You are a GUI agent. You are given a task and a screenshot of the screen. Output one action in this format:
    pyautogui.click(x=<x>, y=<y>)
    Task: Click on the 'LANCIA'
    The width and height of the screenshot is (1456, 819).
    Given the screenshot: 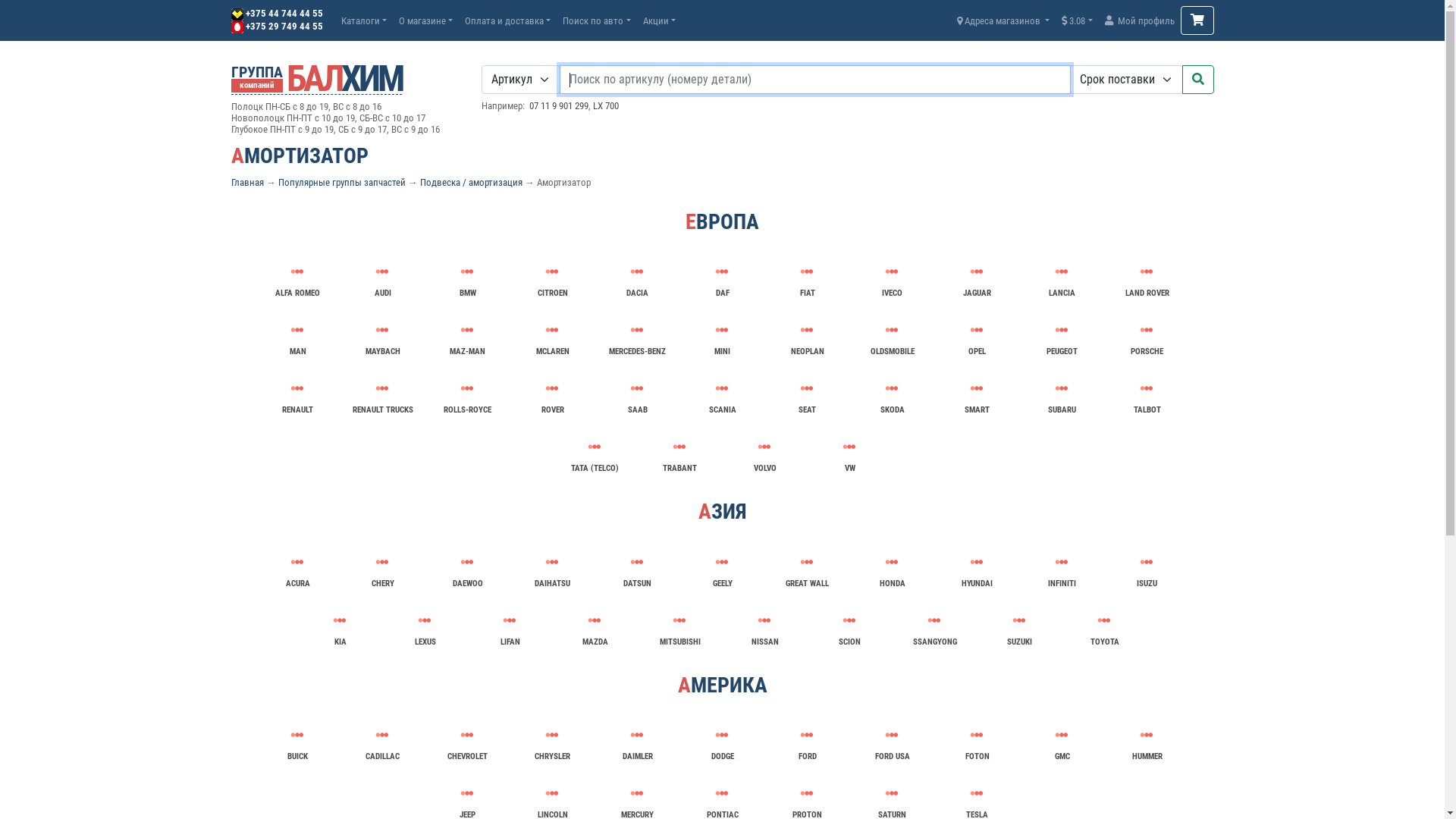 What is the action you would take?
    pyautogui.click(x=1061, y=277)
    